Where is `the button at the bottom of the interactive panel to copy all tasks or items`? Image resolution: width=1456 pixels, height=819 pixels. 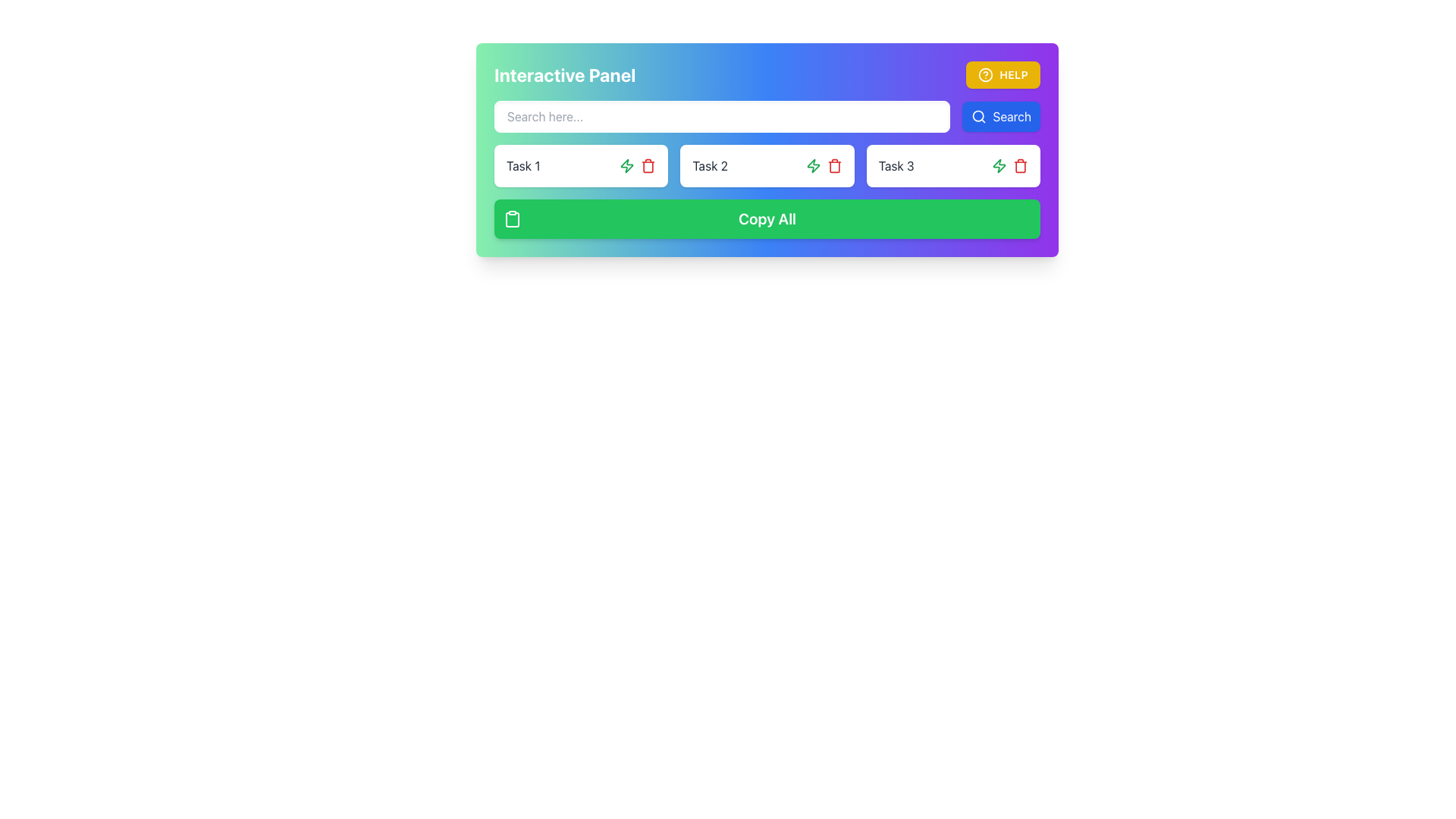
the button at the bottom of the interactive panel to copy all tasks or items is located at coordinates (767, 219).